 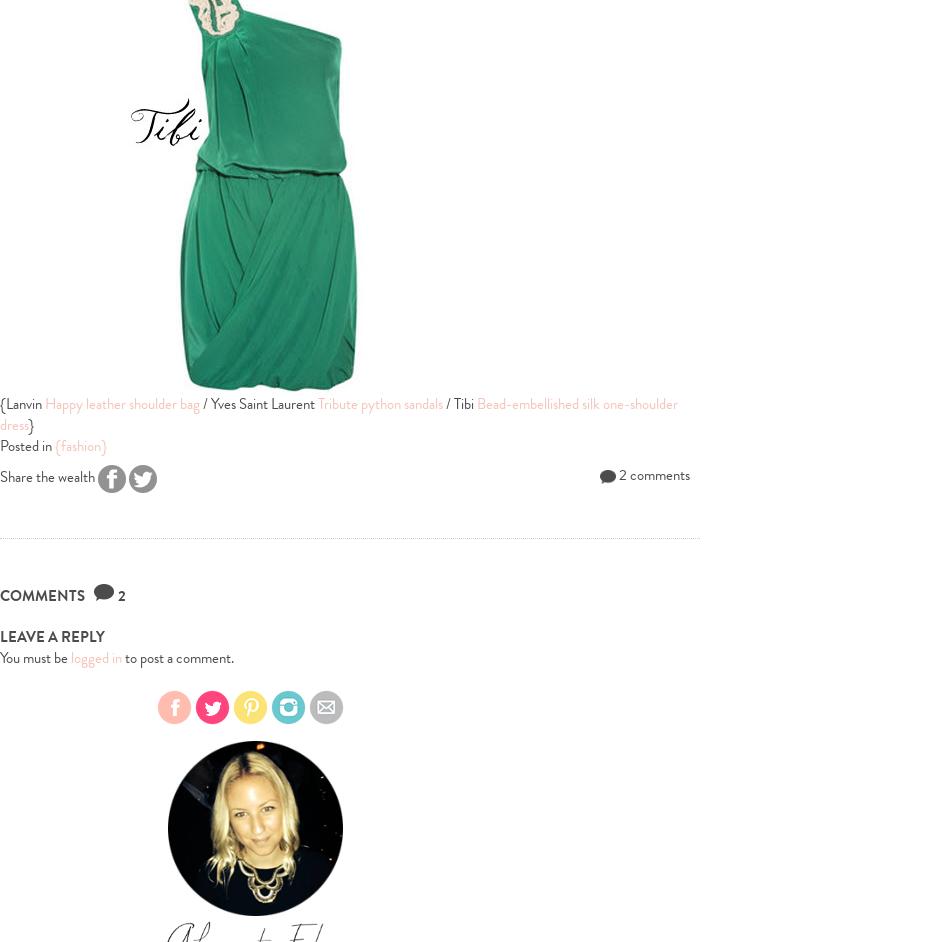 I want to click on 'Share the wealth', so click(x=49, y=477).